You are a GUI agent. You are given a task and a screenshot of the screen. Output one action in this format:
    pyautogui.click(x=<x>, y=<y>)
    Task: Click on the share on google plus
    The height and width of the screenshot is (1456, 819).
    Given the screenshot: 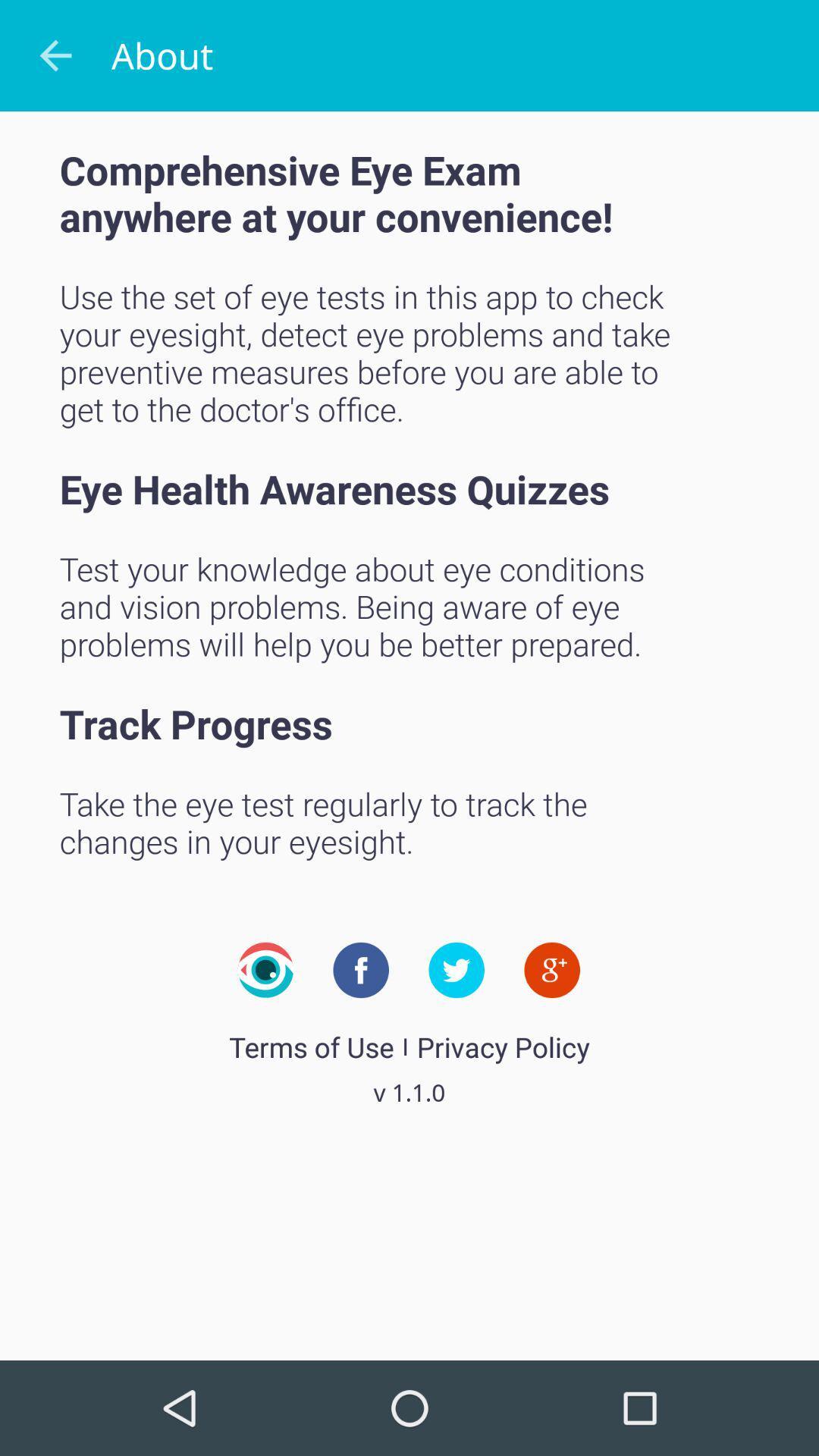 What is the action you would take?
    pyautogui.click(x=552, y=969)
    